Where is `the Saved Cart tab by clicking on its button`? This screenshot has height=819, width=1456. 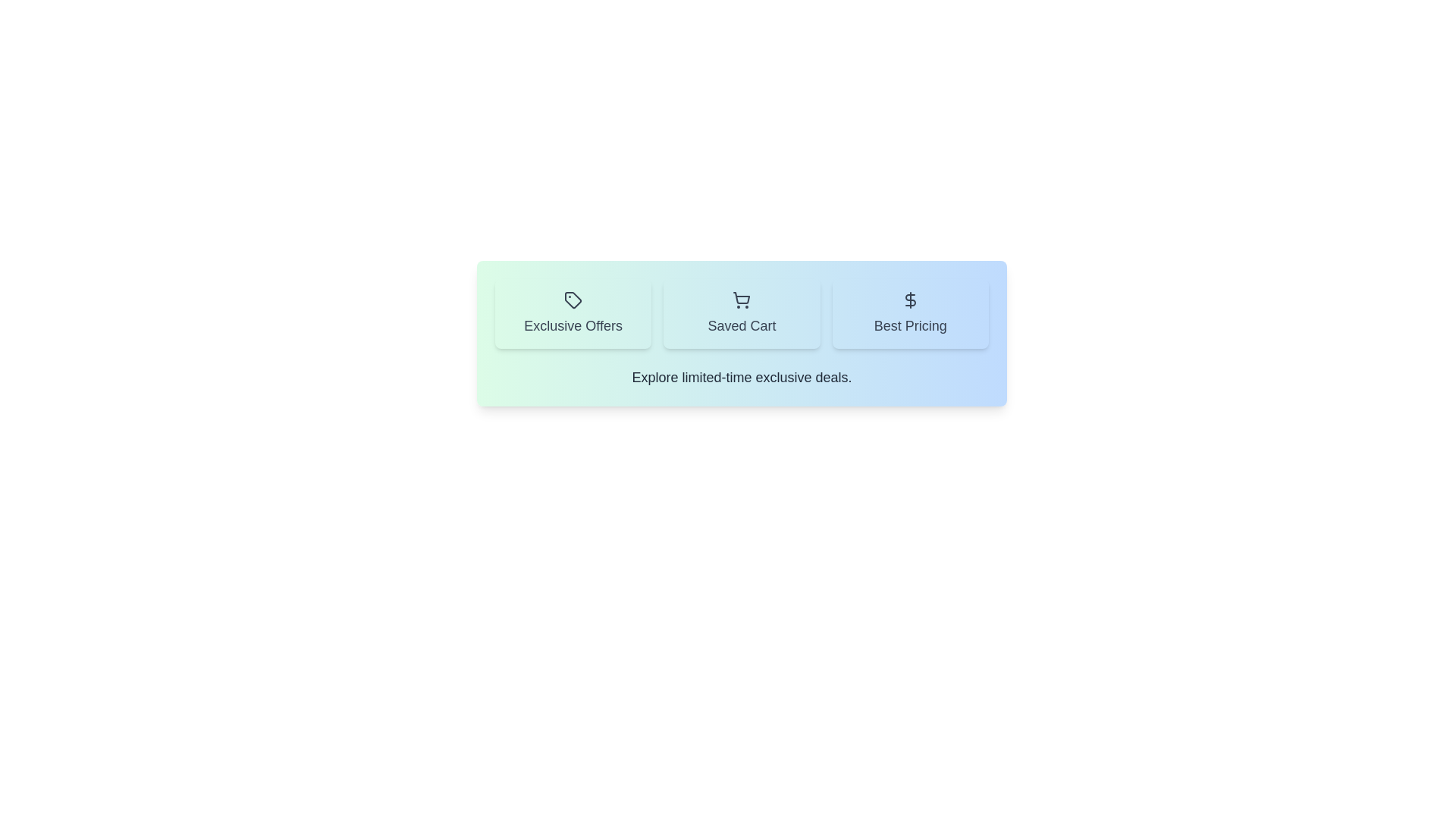
the Saved Cart tab by clicking on its button is located at coordinates (742, 312).